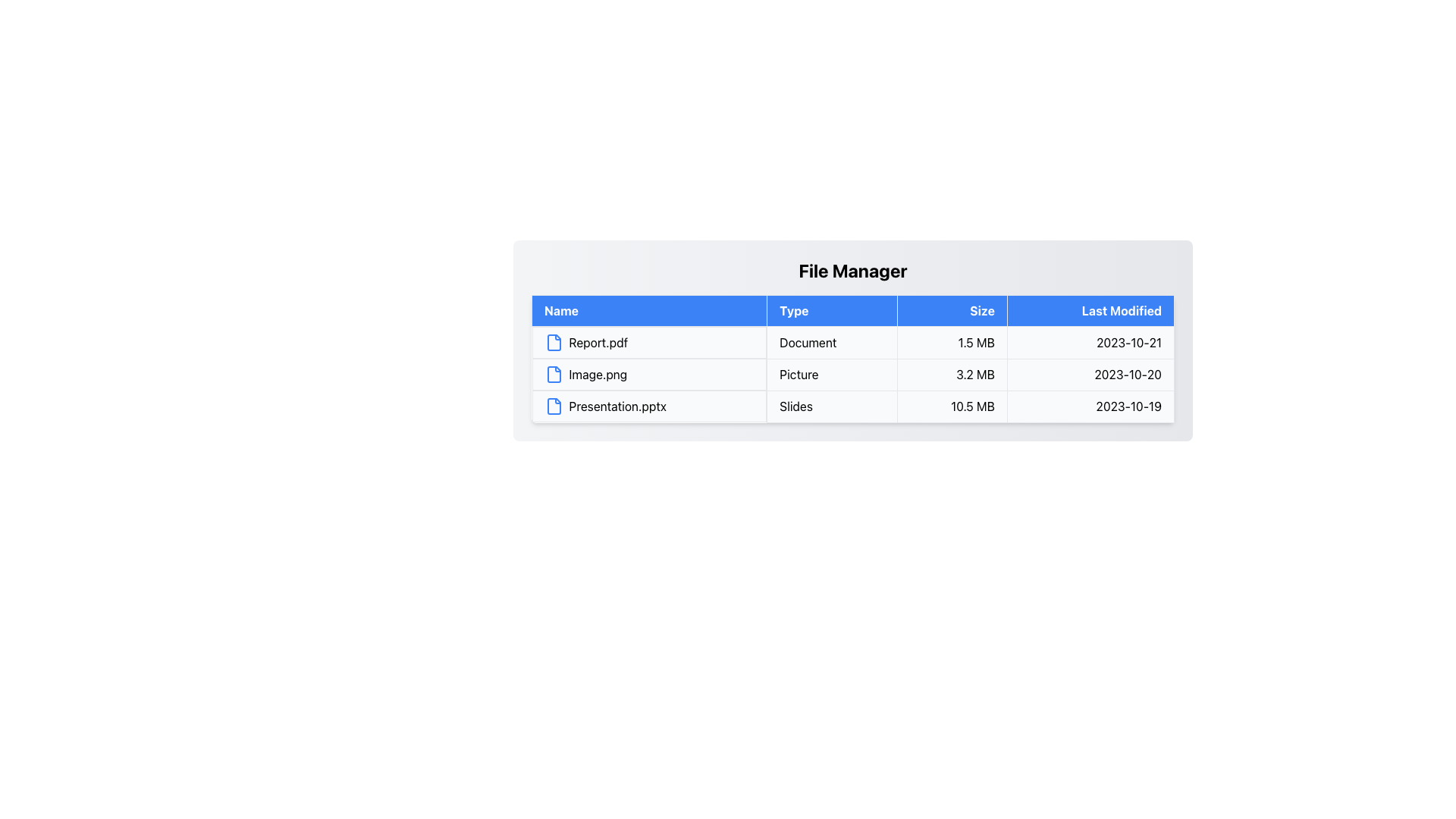 The image size is (1456, 819). What do you see at coordinates (952, 342) in the screenshot?
I see `value of the label displaying the file size '1.5 MB' located in the third column of the first row in the table, positioned between 'Document' and '2023-10-21'` at bounding box center [952, 342].